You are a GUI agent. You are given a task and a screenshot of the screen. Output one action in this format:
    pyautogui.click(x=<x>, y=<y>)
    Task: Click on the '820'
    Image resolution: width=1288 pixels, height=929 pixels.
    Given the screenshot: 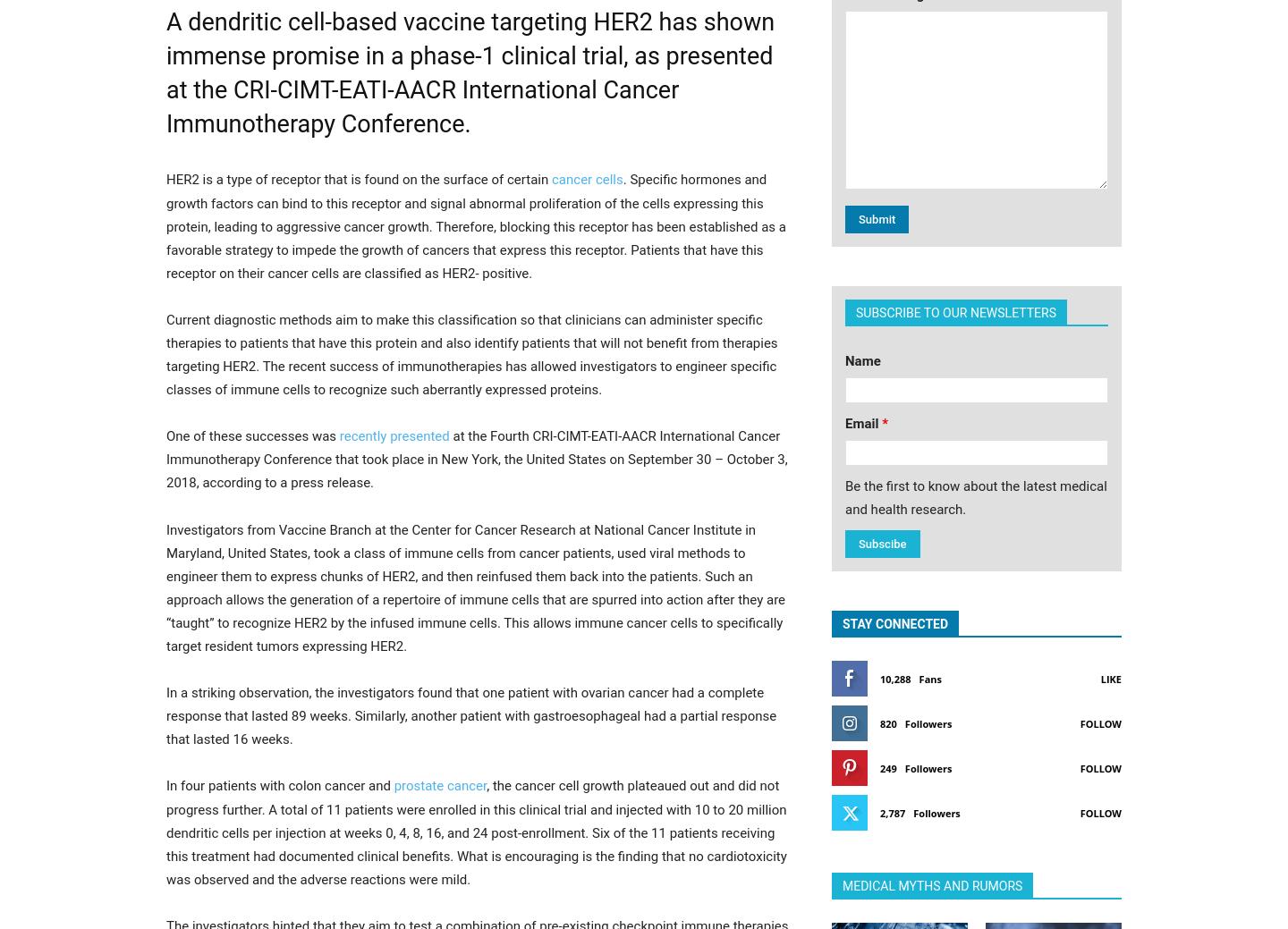 What is the action you would take?
    pyautogui.click(x=887, y=722)
    